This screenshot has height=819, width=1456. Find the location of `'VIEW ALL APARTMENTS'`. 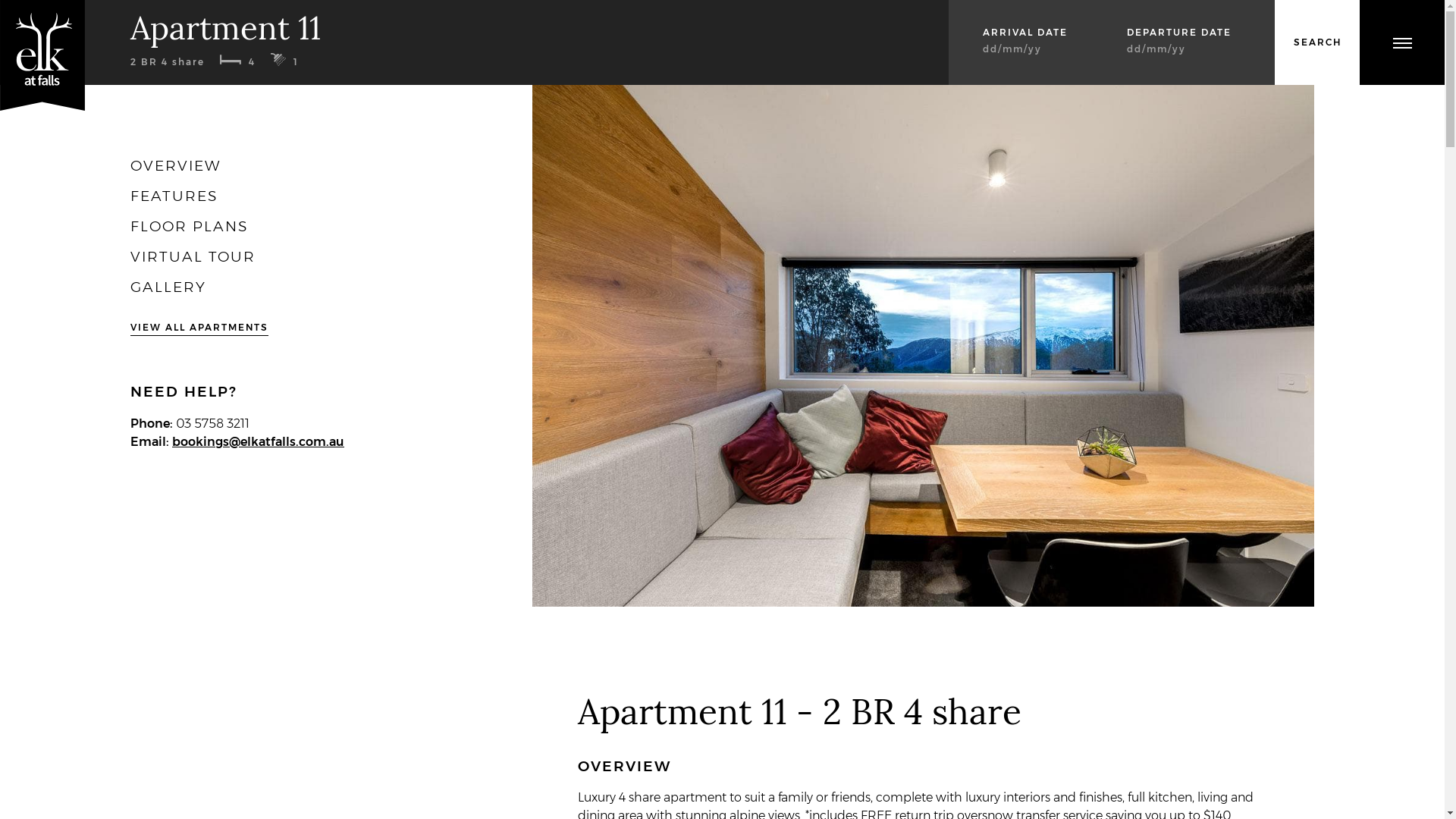

'VIEW ALL APARTMENTS' is located at coordinates (199, 327).